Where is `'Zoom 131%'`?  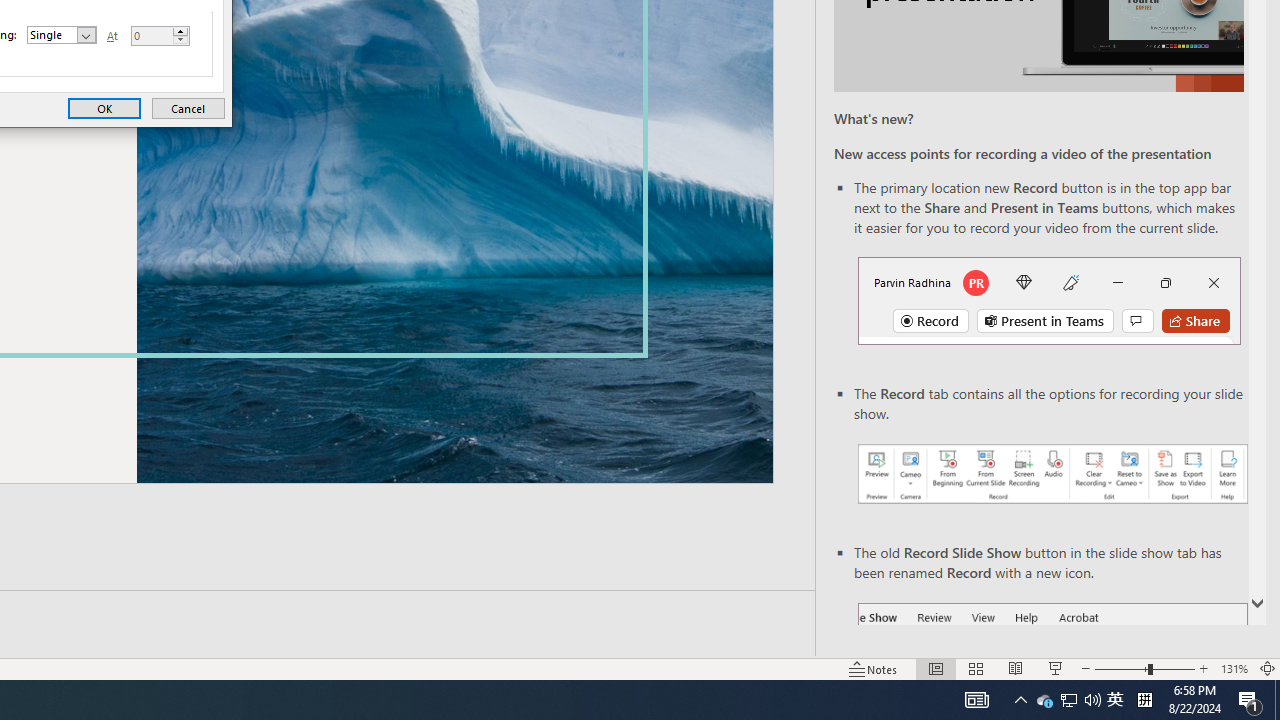
'Zoom 131%' is located at coordinates (1233, 669).